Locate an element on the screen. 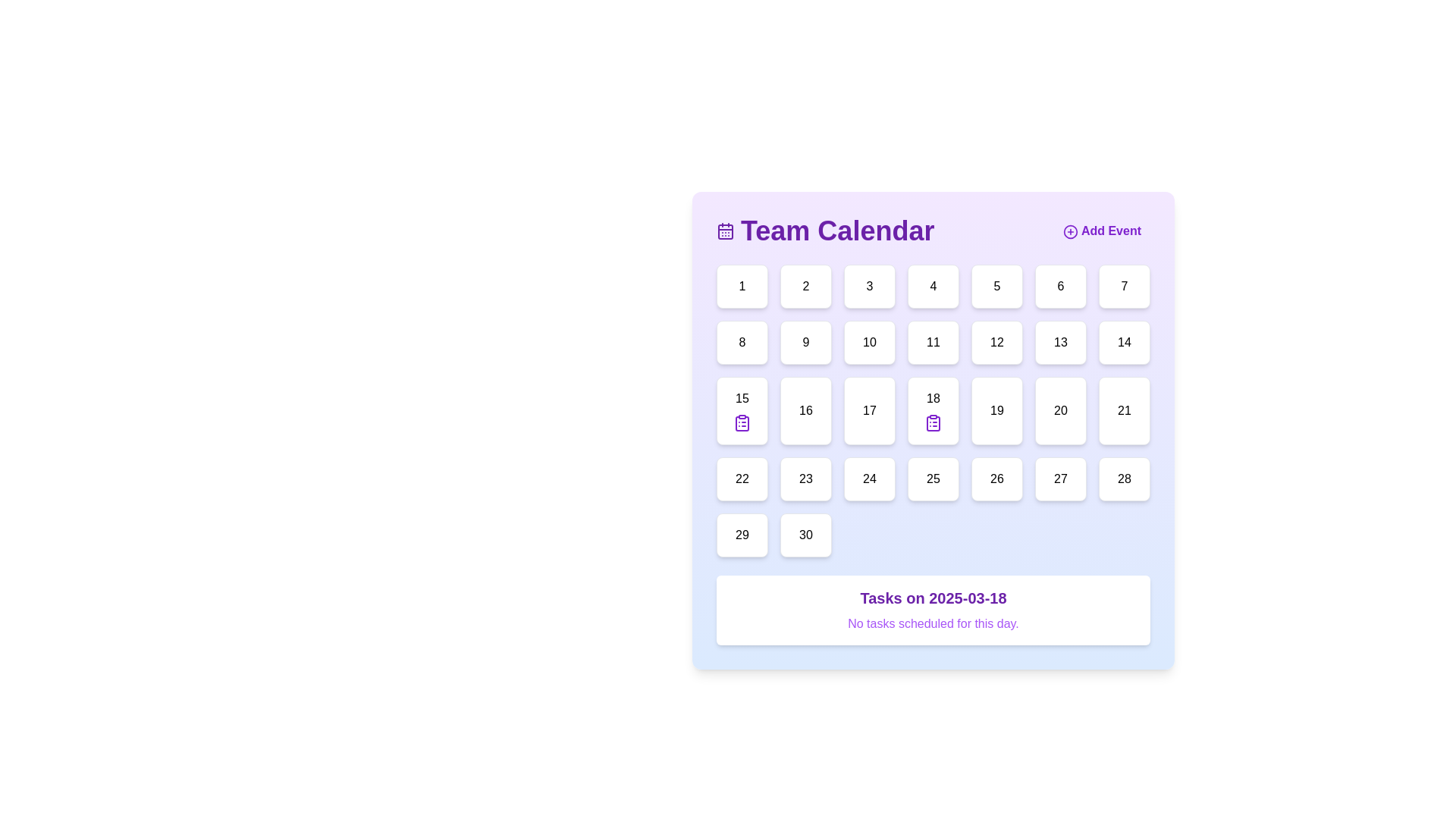 The height and width of the screenshot is (819, 1456). the button representing the 9th day in the 'Team Calendar' is located at coordinates (805, 342).